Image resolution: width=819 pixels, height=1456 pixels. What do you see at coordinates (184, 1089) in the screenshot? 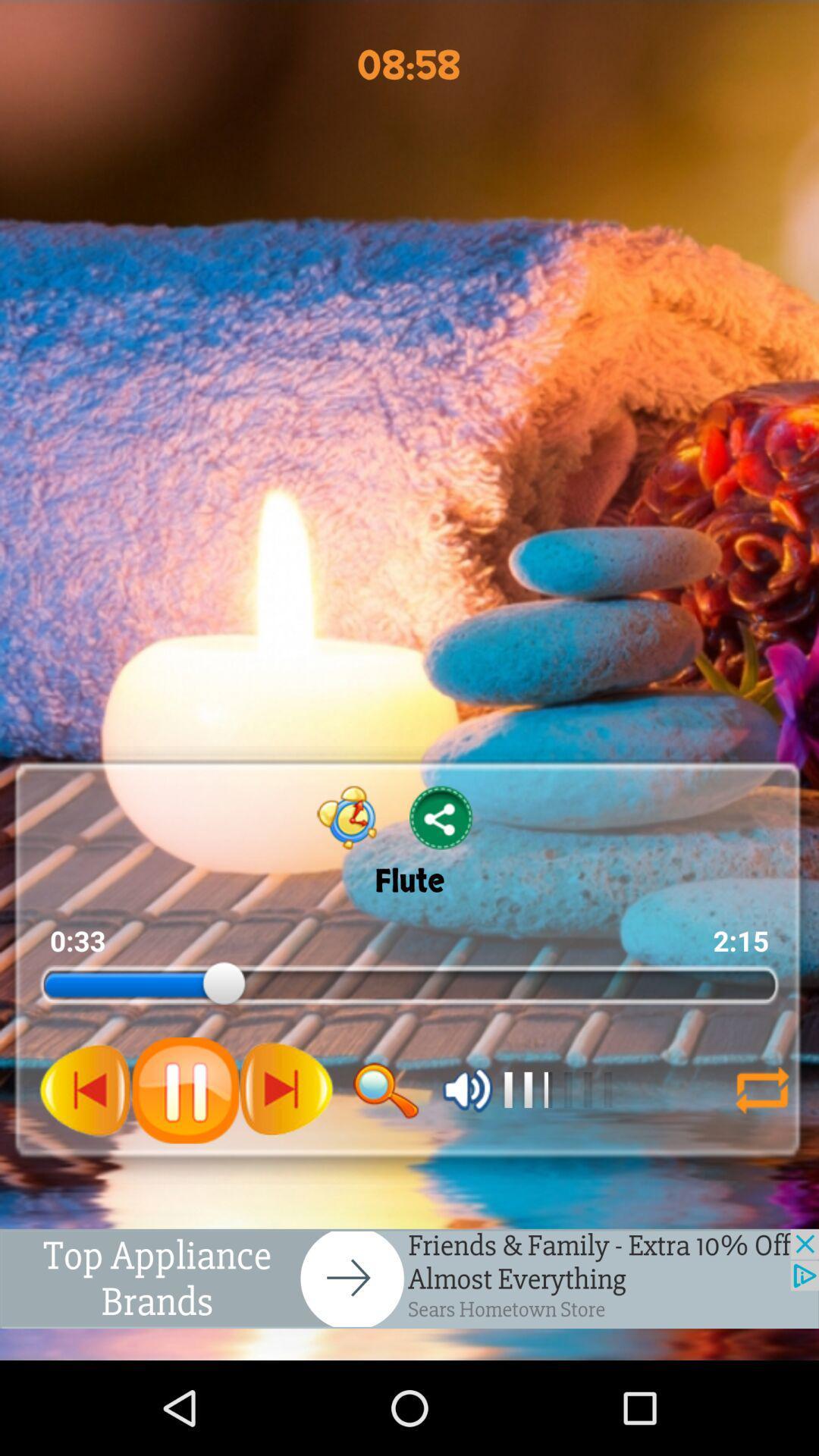
I see `pause the music` at bounding box center [184, 1089].